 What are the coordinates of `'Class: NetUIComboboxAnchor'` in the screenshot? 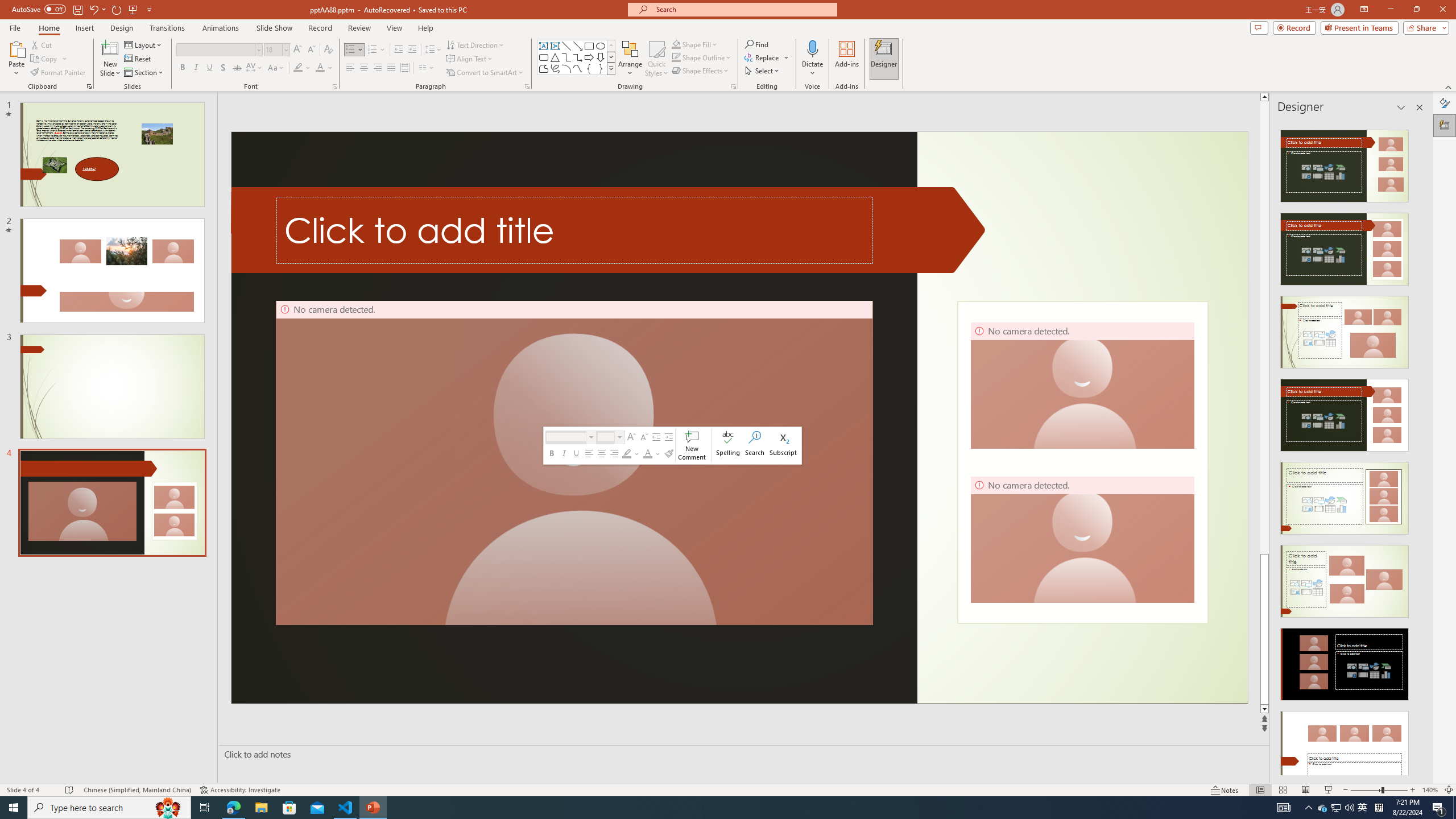 It's located at (610, 436).